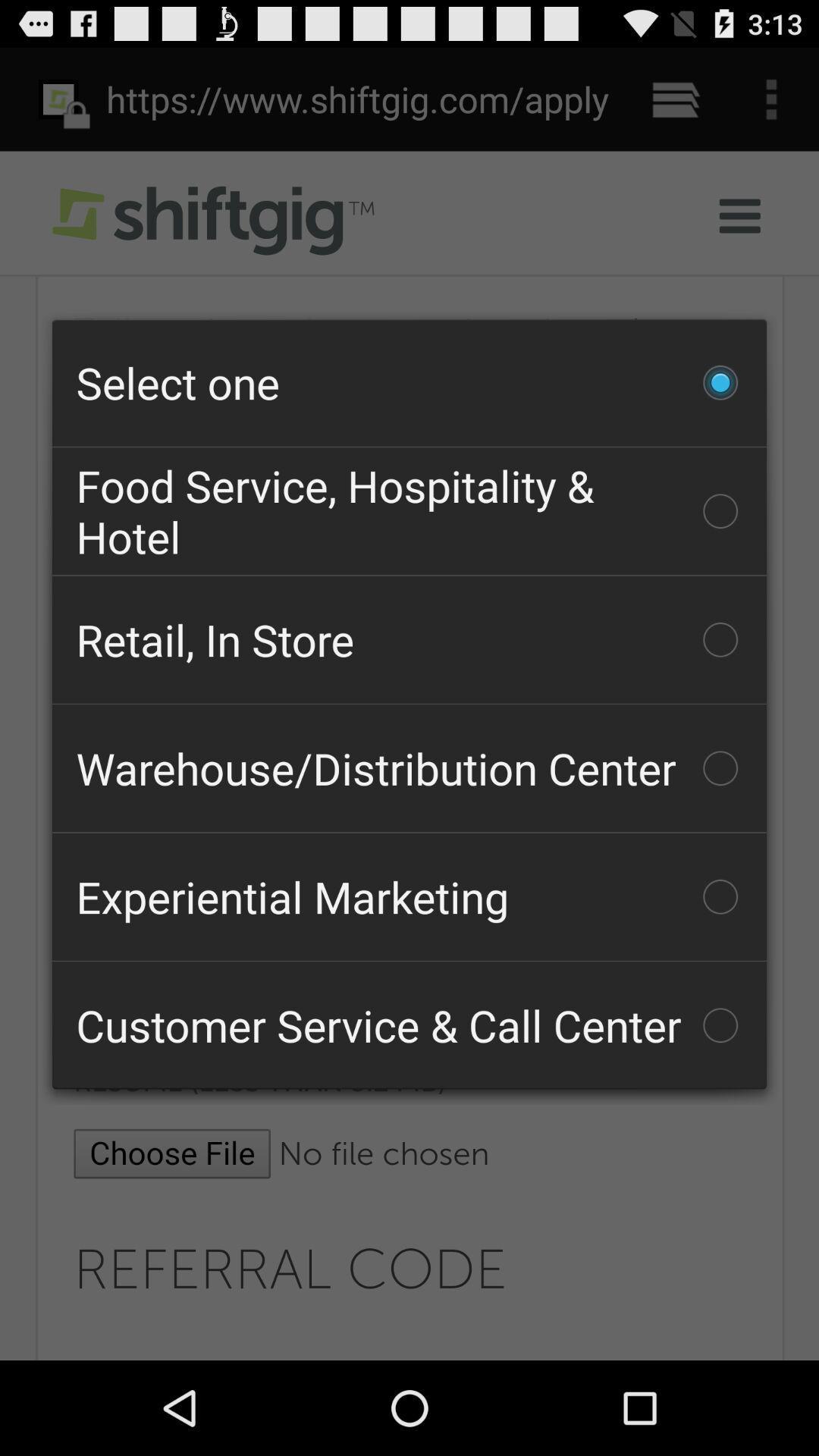 The image size is (819, 1456). I want to click on the item above customer service call checkbox, so click(409, 896).